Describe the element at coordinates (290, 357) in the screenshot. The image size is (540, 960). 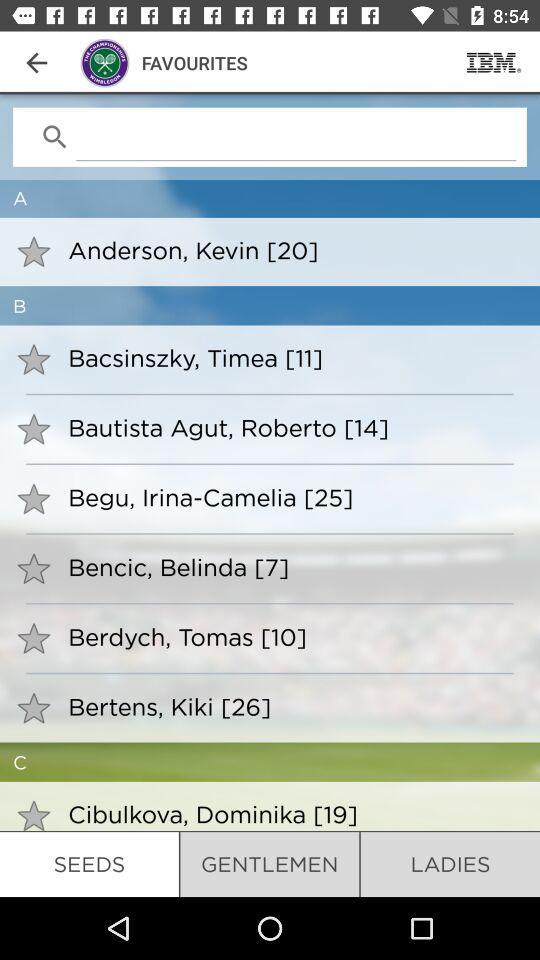
I see `bacsinszky, timea [11]` at that location.